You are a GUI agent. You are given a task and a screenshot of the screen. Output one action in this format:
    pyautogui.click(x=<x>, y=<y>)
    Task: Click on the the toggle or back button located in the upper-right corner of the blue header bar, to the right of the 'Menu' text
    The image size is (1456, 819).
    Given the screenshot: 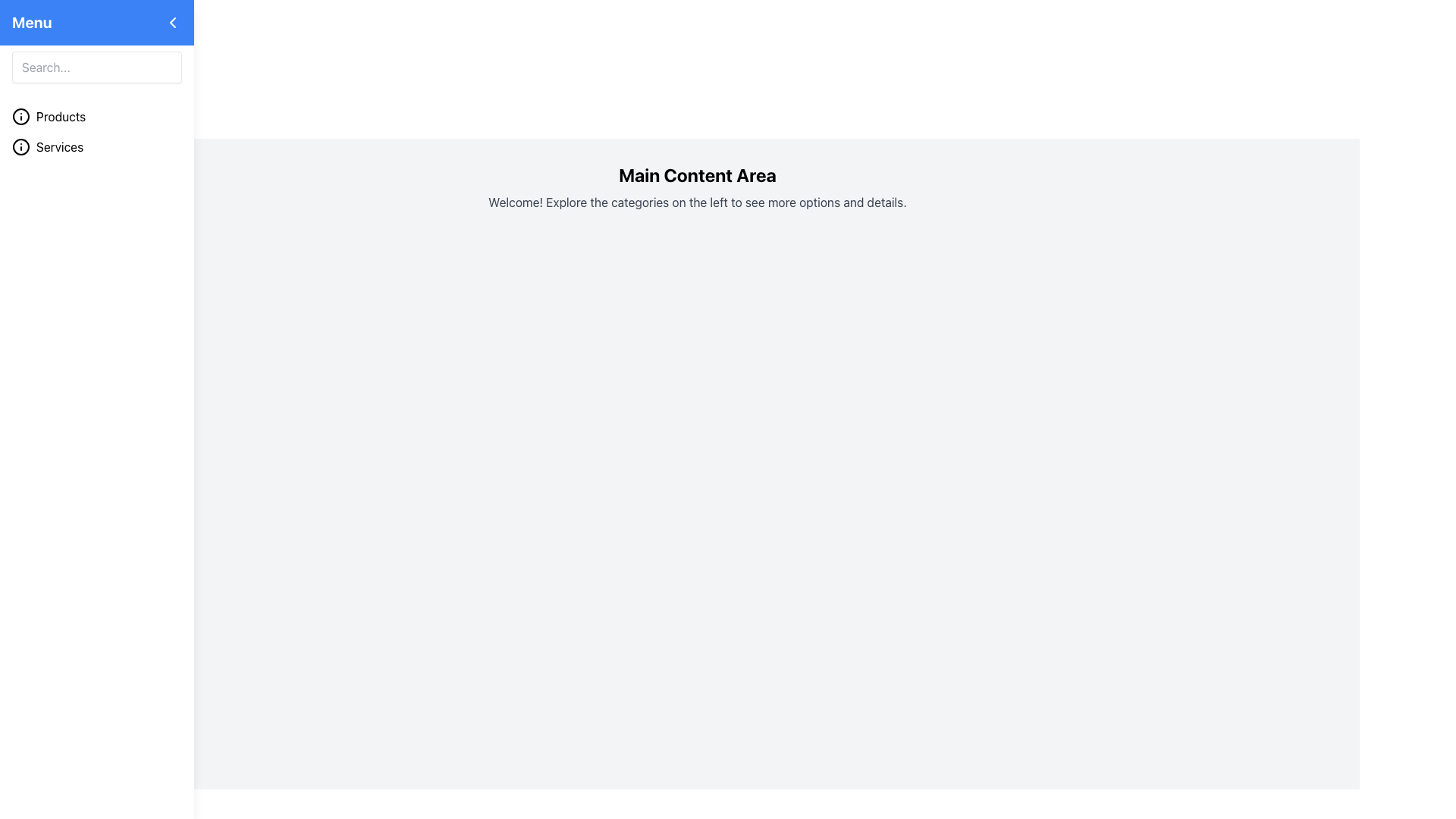 What is the action you would take?
    pyautogui.click(x=172, y=23)
    